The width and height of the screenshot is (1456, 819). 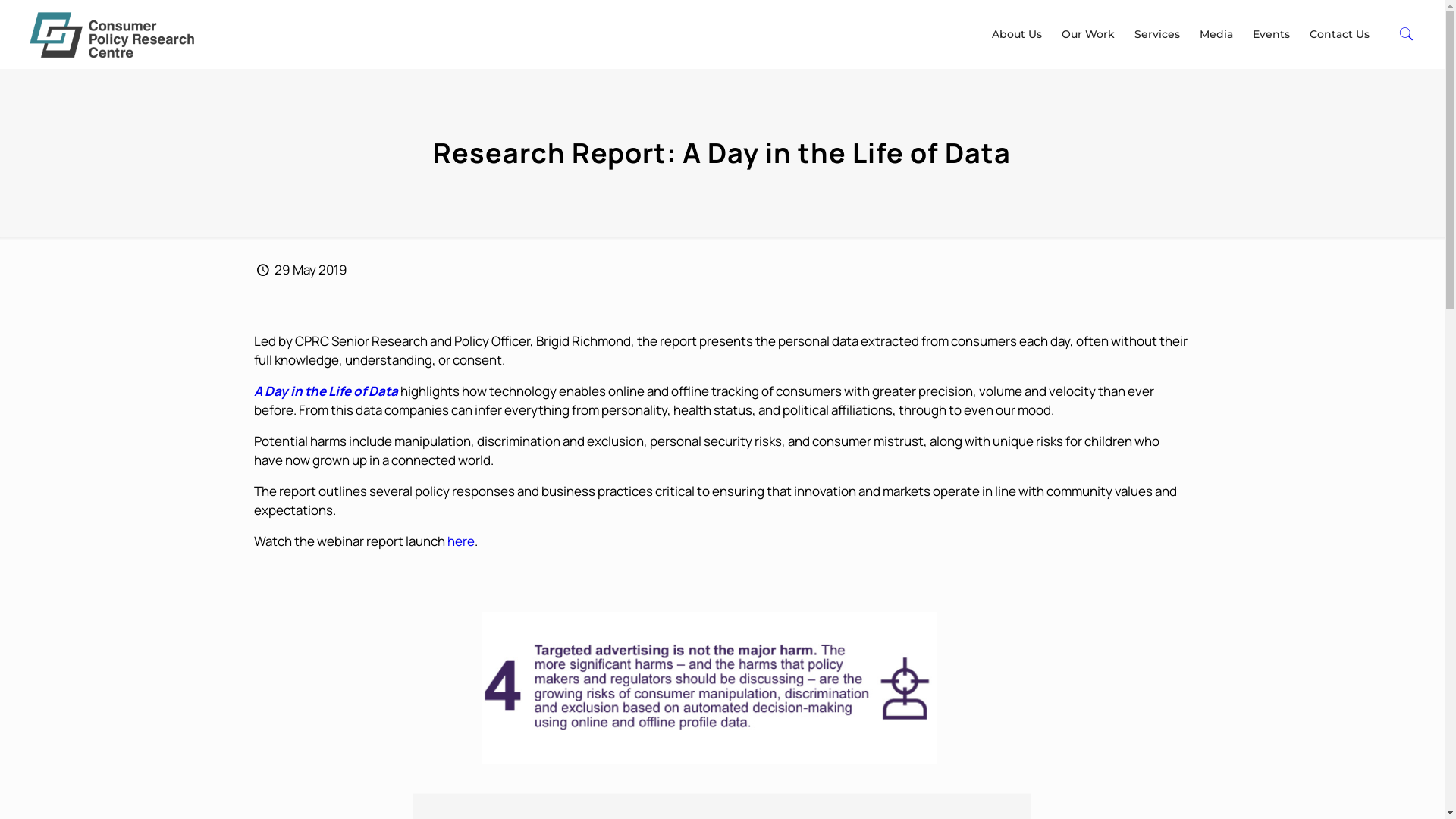 What do you see at coordinates (460, 540) in the screenshot?
I see `'here'` at bounding box center [460, 540].